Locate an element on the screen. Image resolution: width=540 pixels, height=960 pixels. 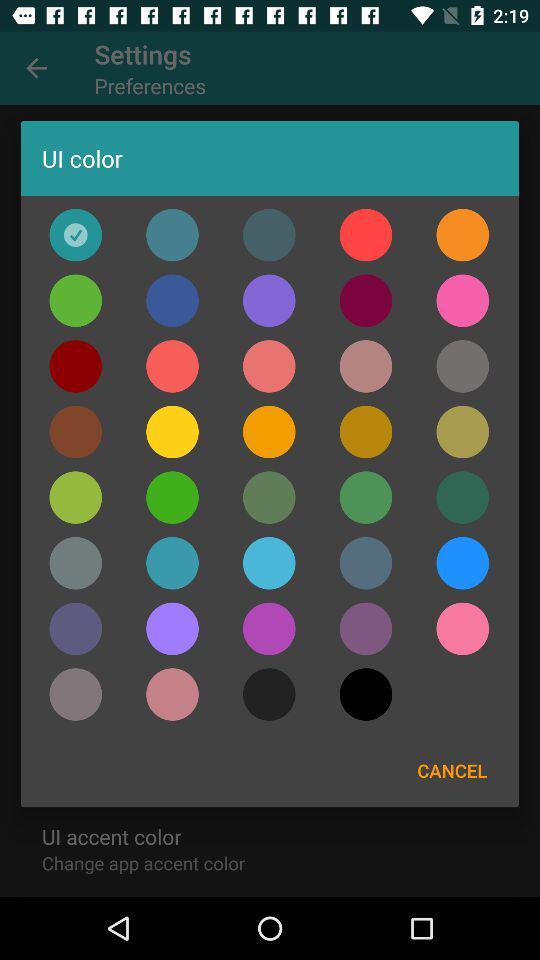
the color is located at coordinates (74, 432).